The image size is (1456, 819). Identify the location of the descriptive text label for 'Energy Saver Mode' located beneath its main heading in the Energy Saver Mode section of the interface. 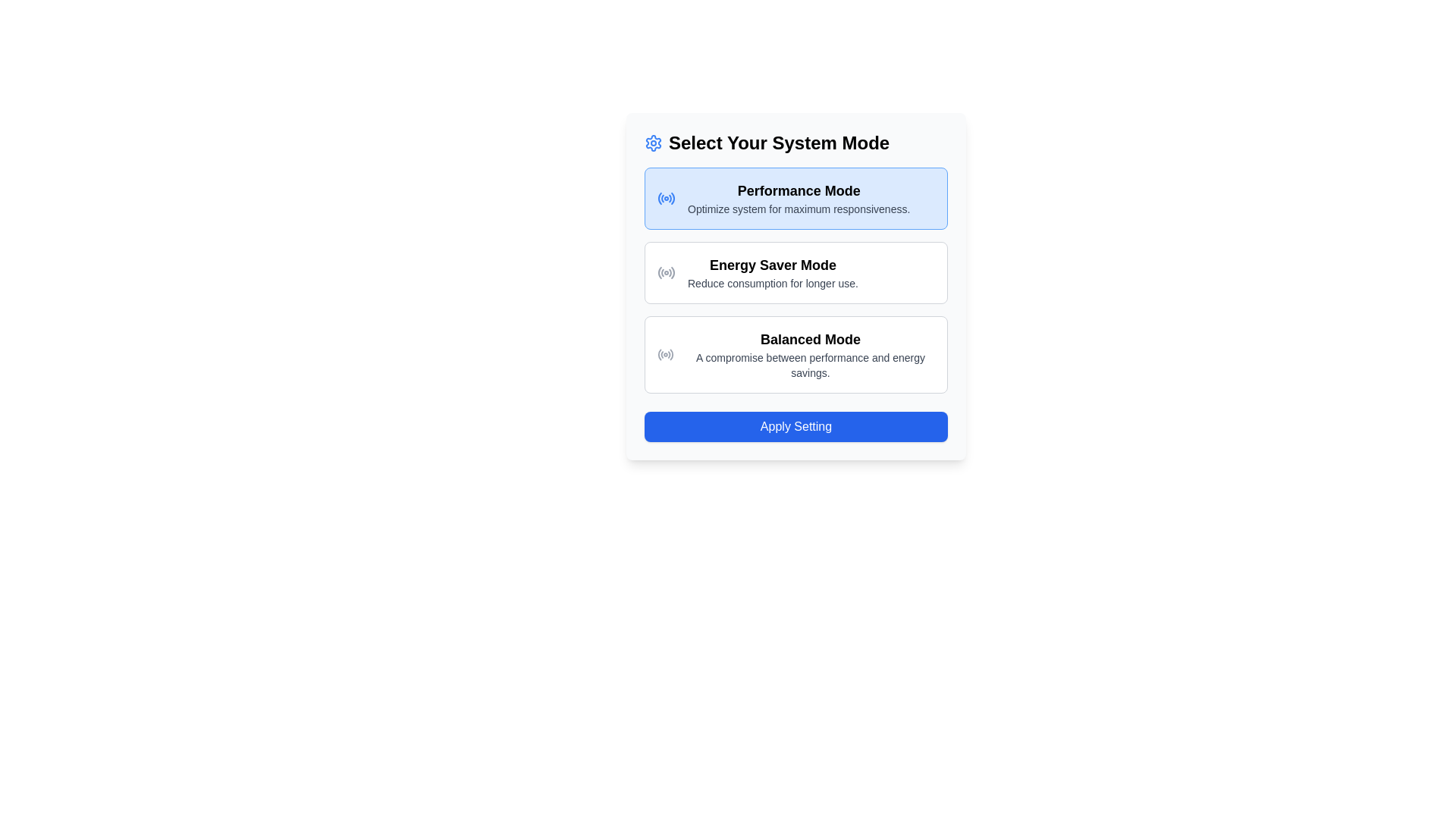
(773, 284).